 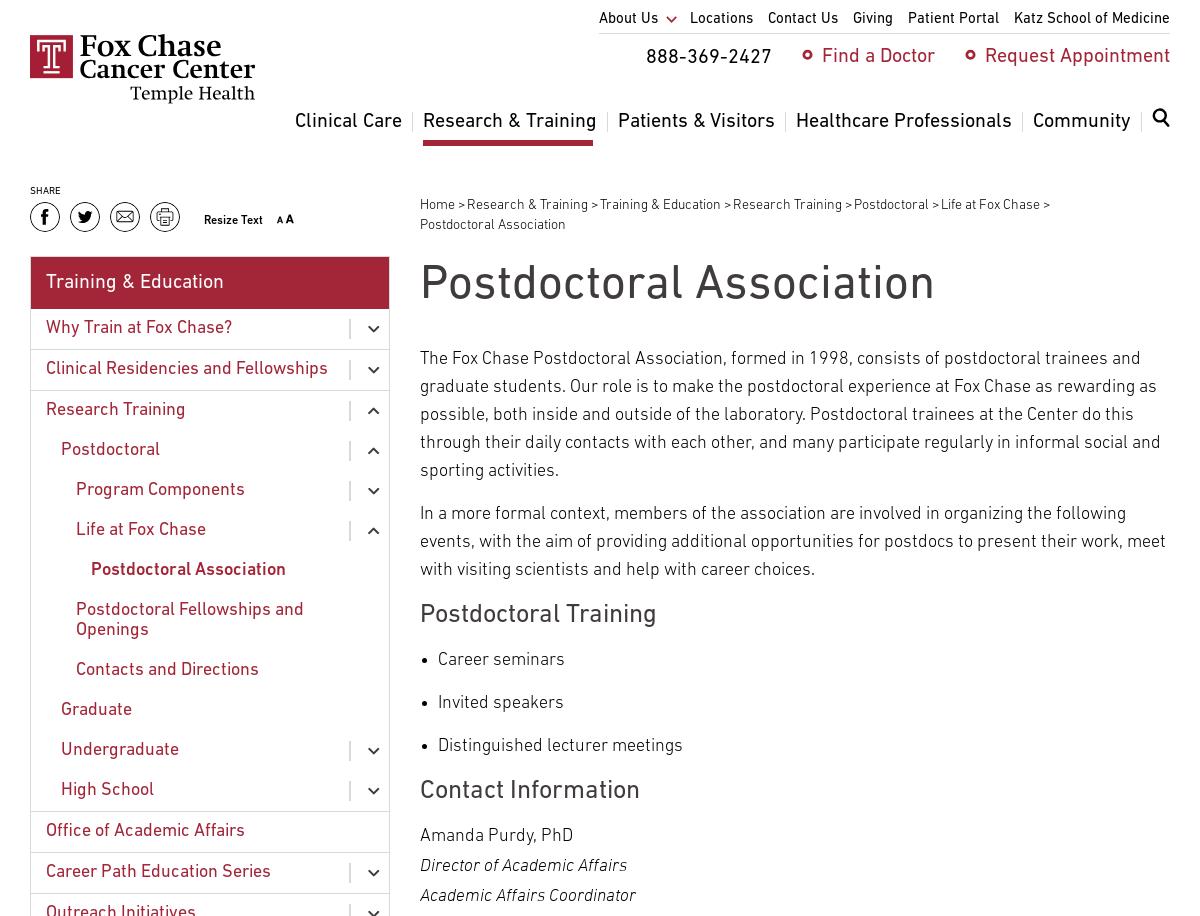 I want to click on 'Office of Academic Affairs', so click(x=145, y=830).